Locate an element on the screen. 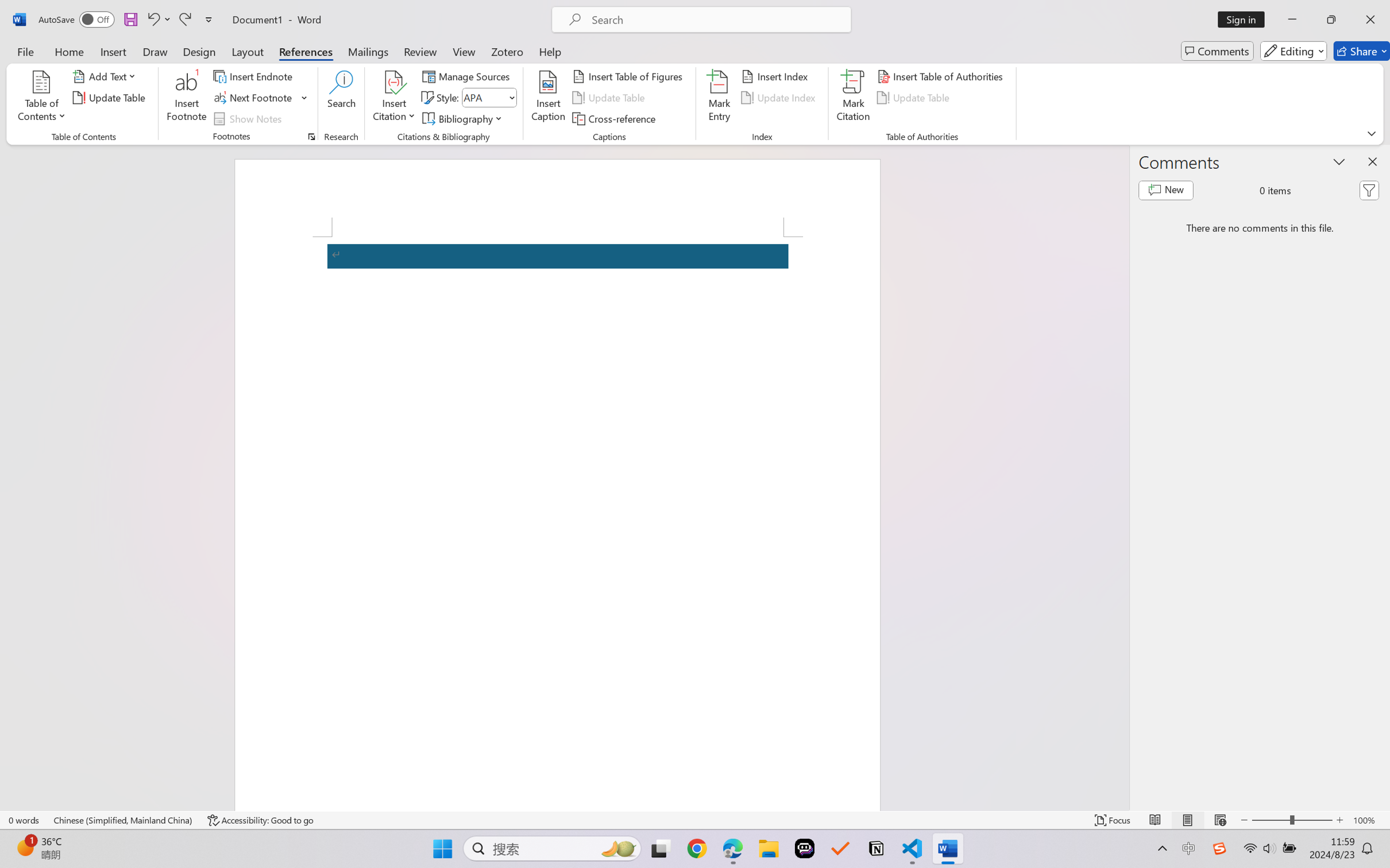 Image resolution: width=1390 pixels, height=868 pixels. 'Next Footnote' is located at coordinates (261, 98).